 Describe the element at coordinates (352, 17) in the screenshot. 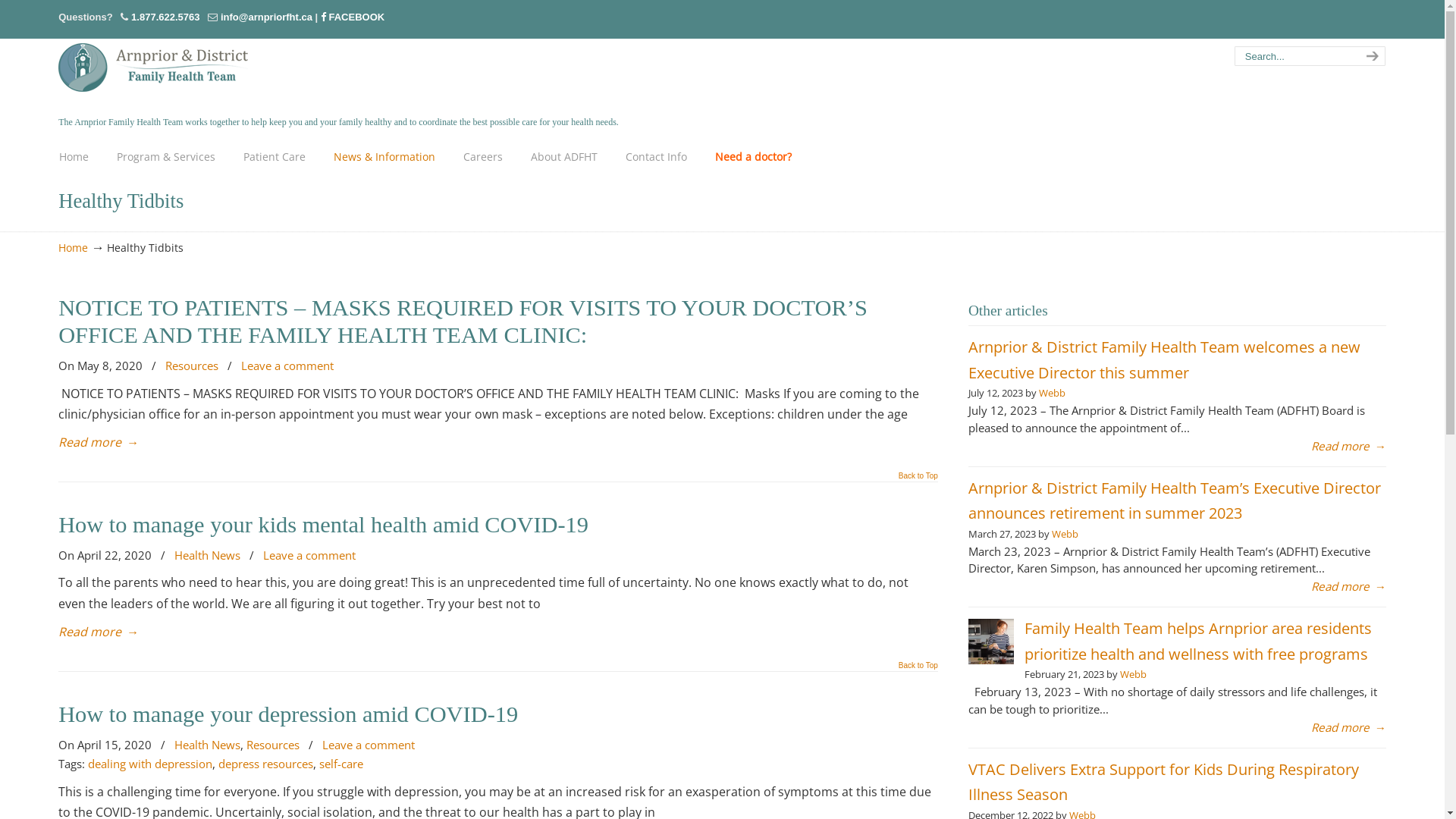

I see `'FACEBOOK'` at that location.